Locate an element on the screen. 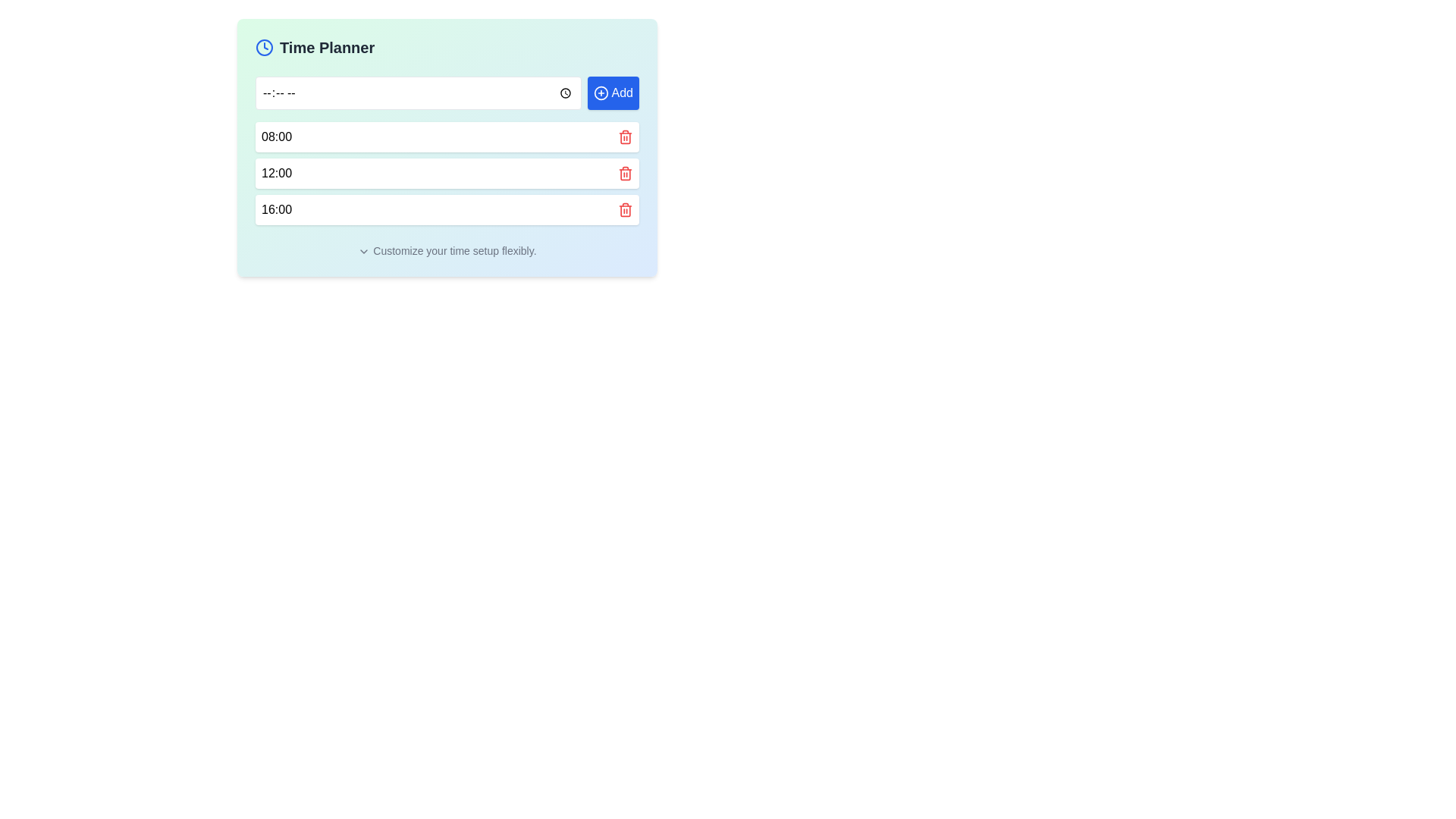 Image resolution: width=1456 pixels, height=819 pixels. 'Time Planner' text label located at the top of the interface, styled in bold black font, to identify the section is located at coordinates (326, 46).